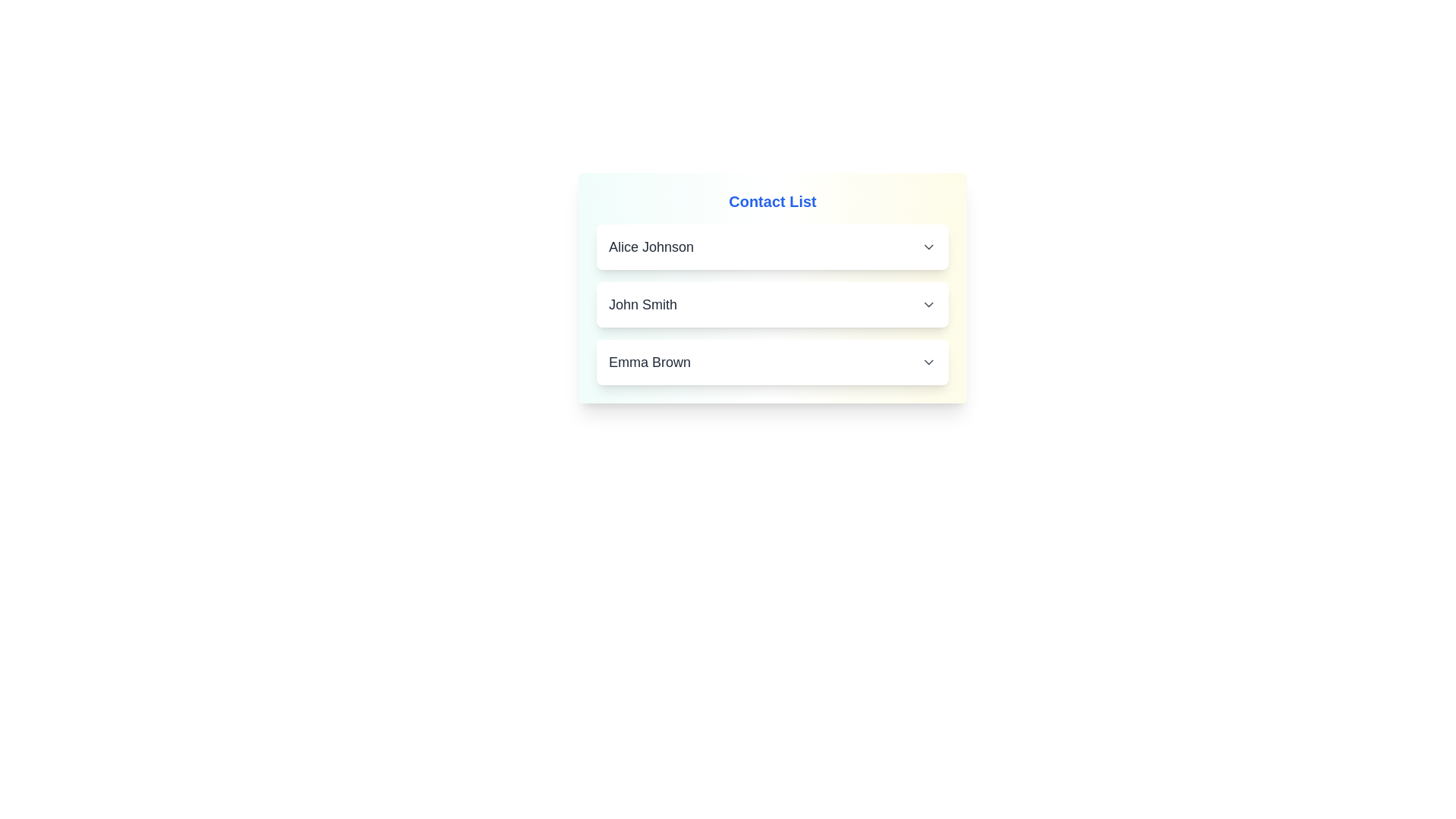 The width and height of the screenshot is (1456, 819). I want to click on the interactive icon associated with Alice Johnson, so click(927, 246).